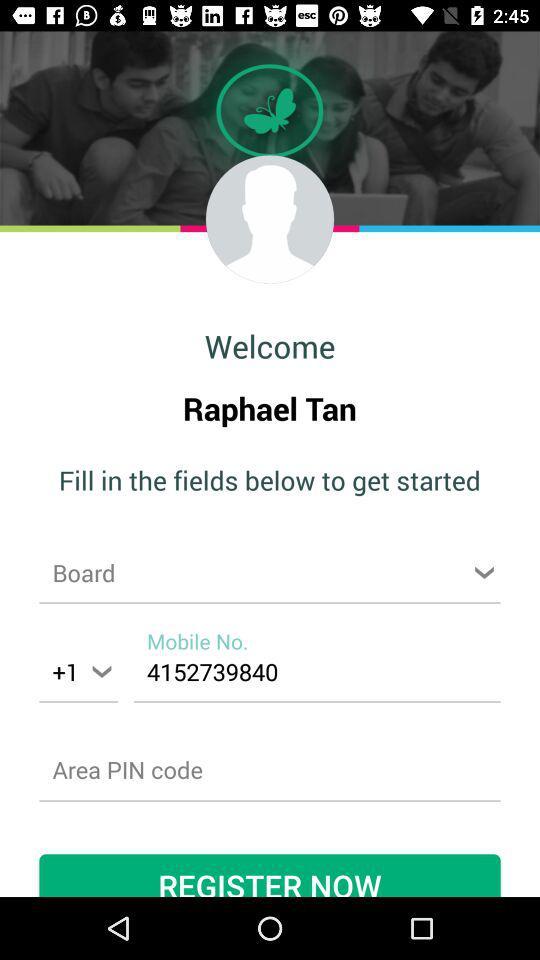 Image resolution: width=540 pixels, height=960 pixels. What do you see at coordinates (270, 572) in the screenshot?
I see `choose board` at bounding box center [270, 572].